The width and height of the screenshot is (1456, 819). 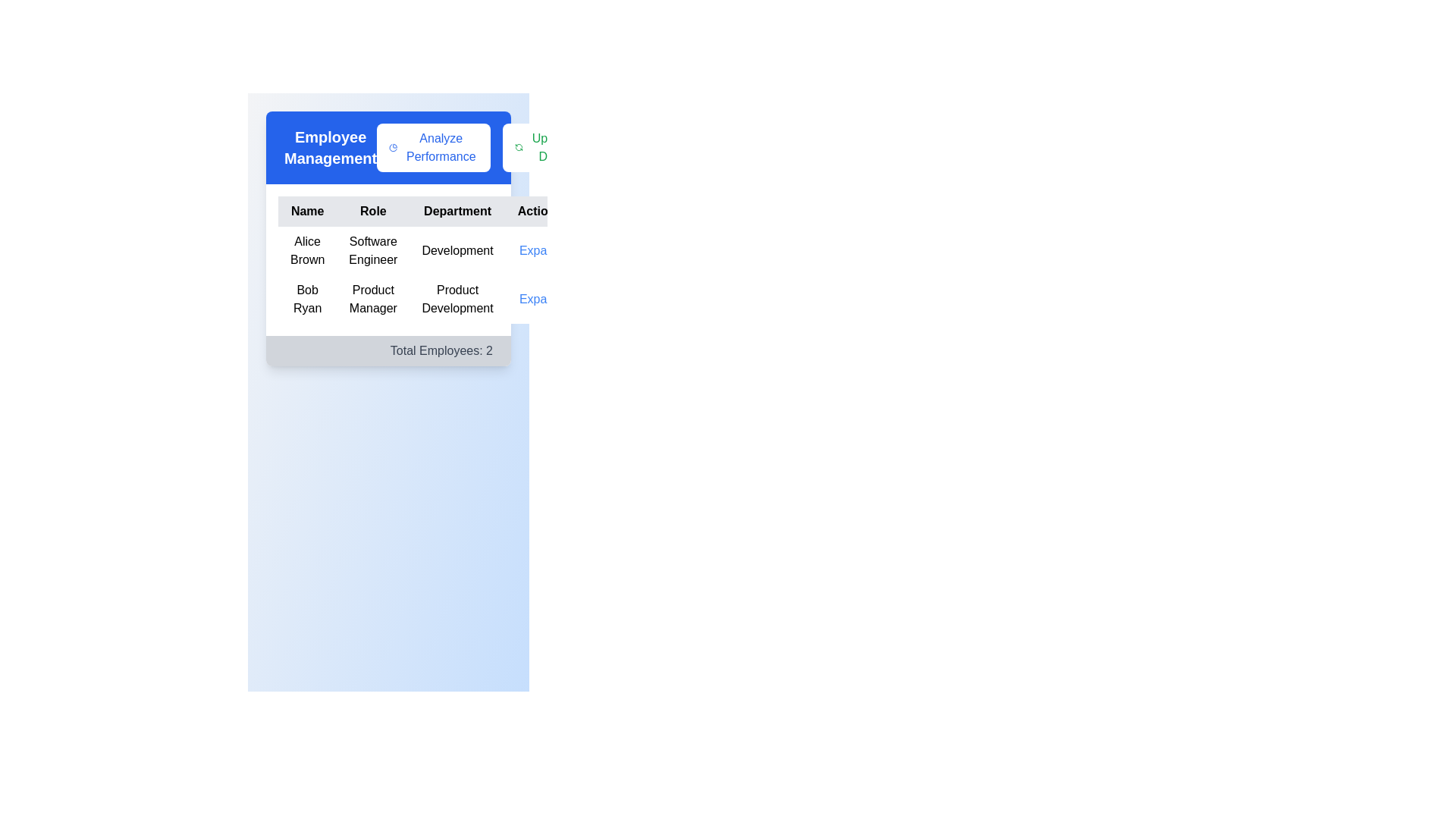 What do you see at coordinates (539, 299) in the screenshot?
I see `the interactive text link labeled 'Expand' associated with 'Bob Ryan' in the Action column of the table` at bounding box center [539, 299].